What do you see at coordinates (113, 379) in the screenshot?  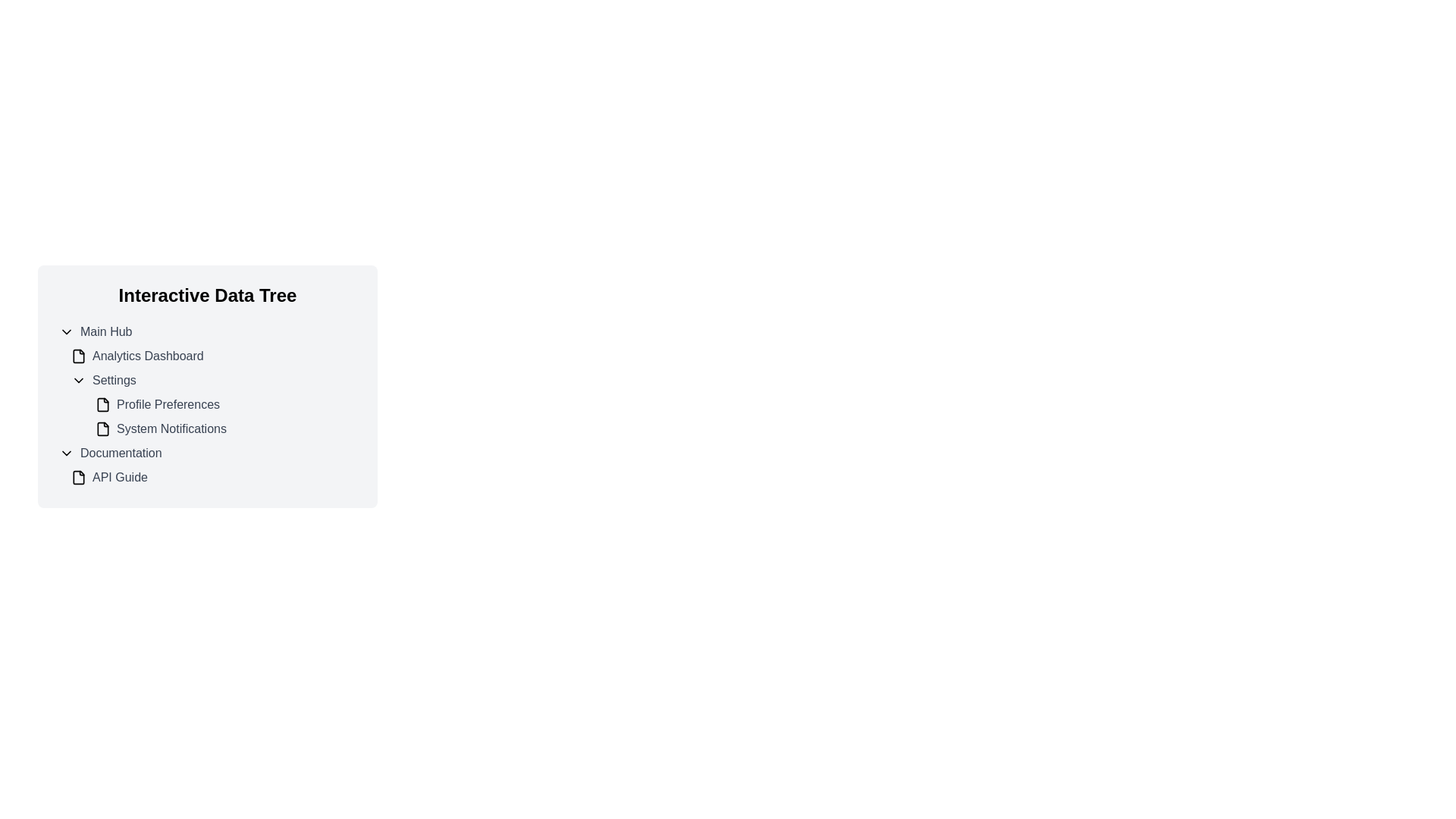 I see `the 'Settings' label, which is a medium-weight gray text element positioned below 'Analytics Dashboard' and above 'Profile Preferences' in the vertical navigation grouping` at bounding box center [113, 379].